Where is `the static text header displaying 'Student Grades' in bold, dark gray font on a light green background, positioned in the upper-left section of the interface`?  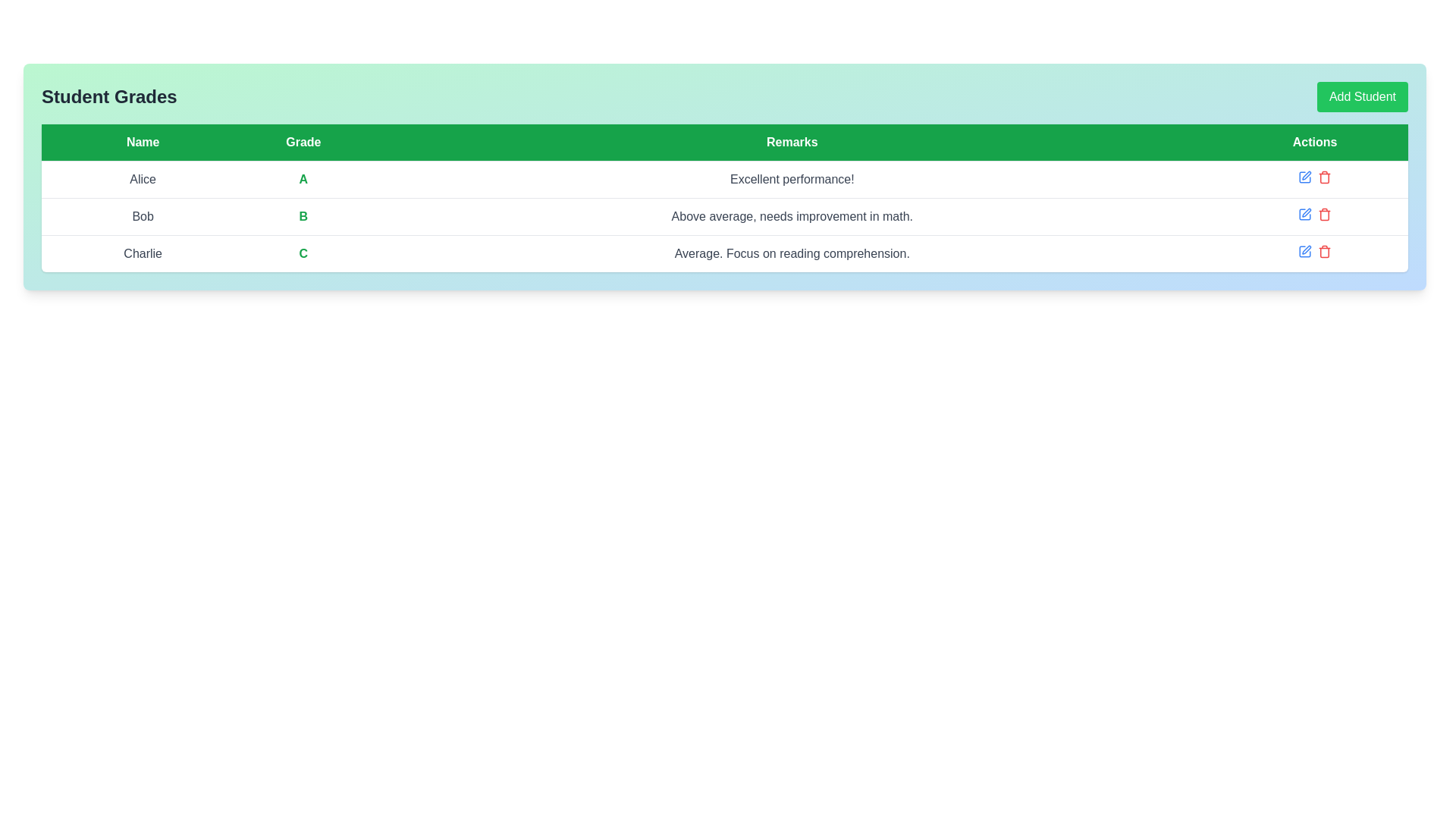 the static text header displaying 'Student Grades' in bold, dark gray font on a light green background, positioned in the upper-left section of the interface is located at coordinates (108, 96).